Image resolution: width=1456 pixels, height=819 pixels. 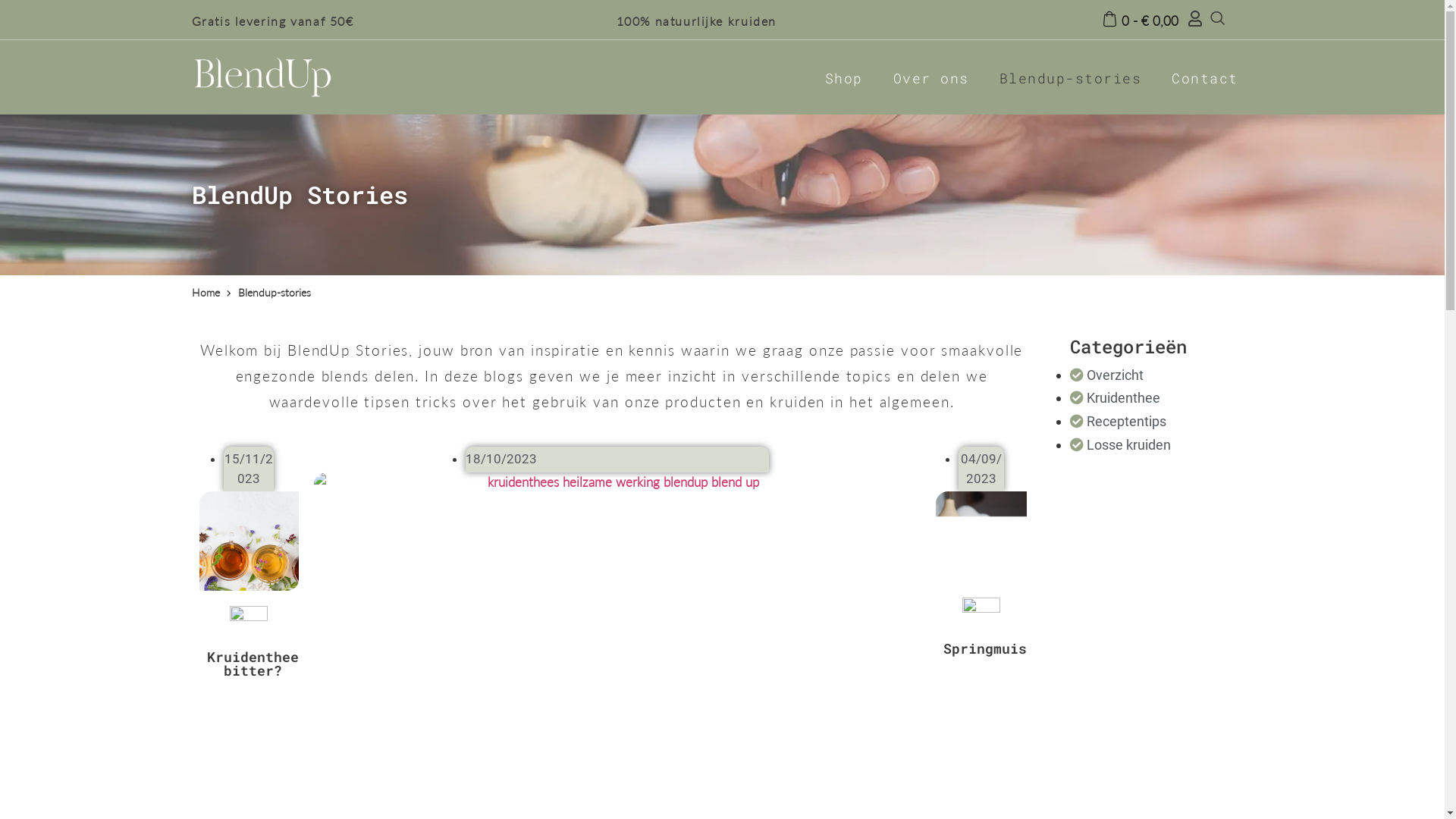 What do you see at coordinates (843, 77) in the screenshot?
I see `'Shop'` at bounding box center [843, 77].